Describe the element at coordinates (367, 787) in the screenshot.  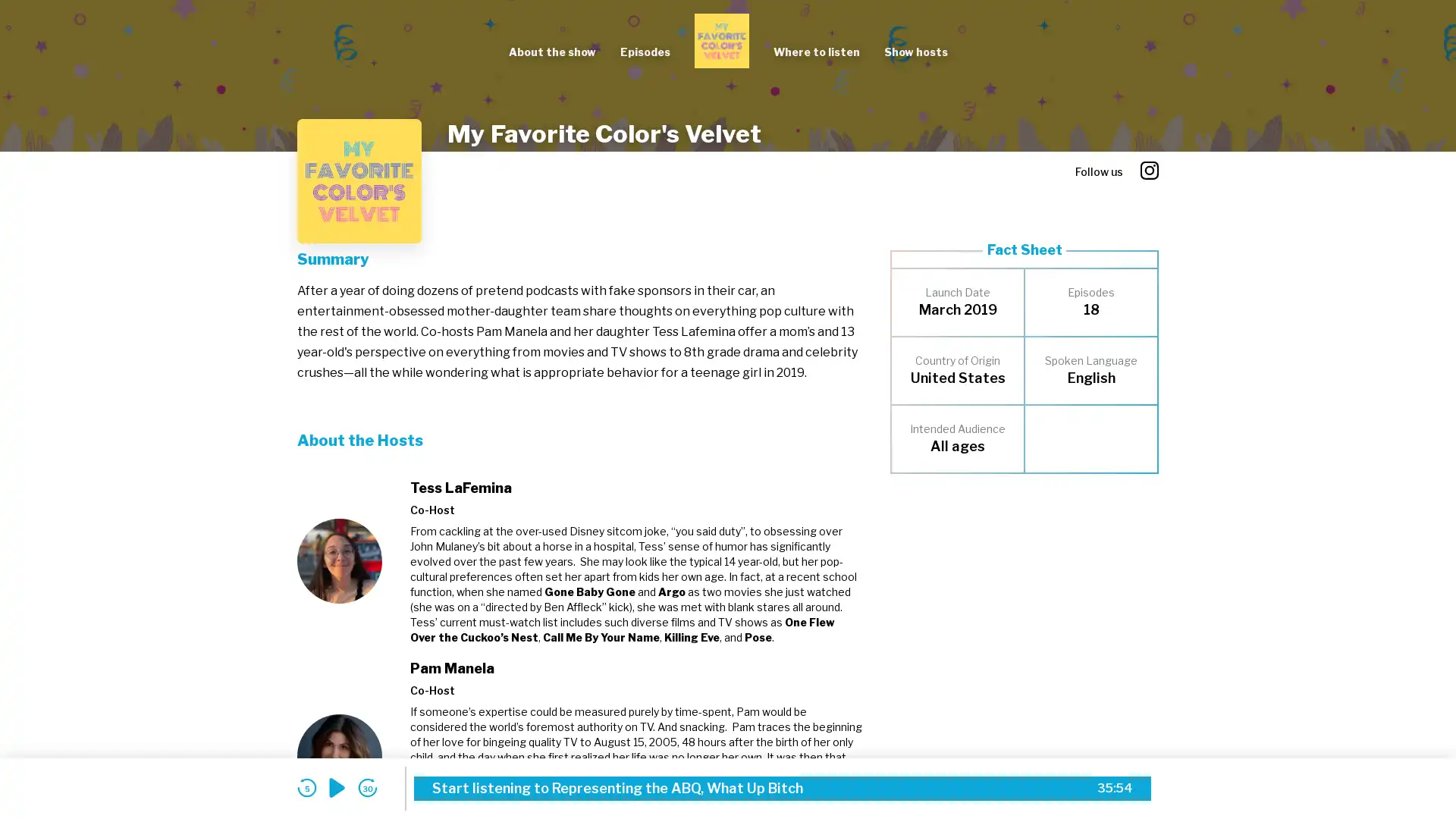
I see `skip forward 30 seconds` at that location.